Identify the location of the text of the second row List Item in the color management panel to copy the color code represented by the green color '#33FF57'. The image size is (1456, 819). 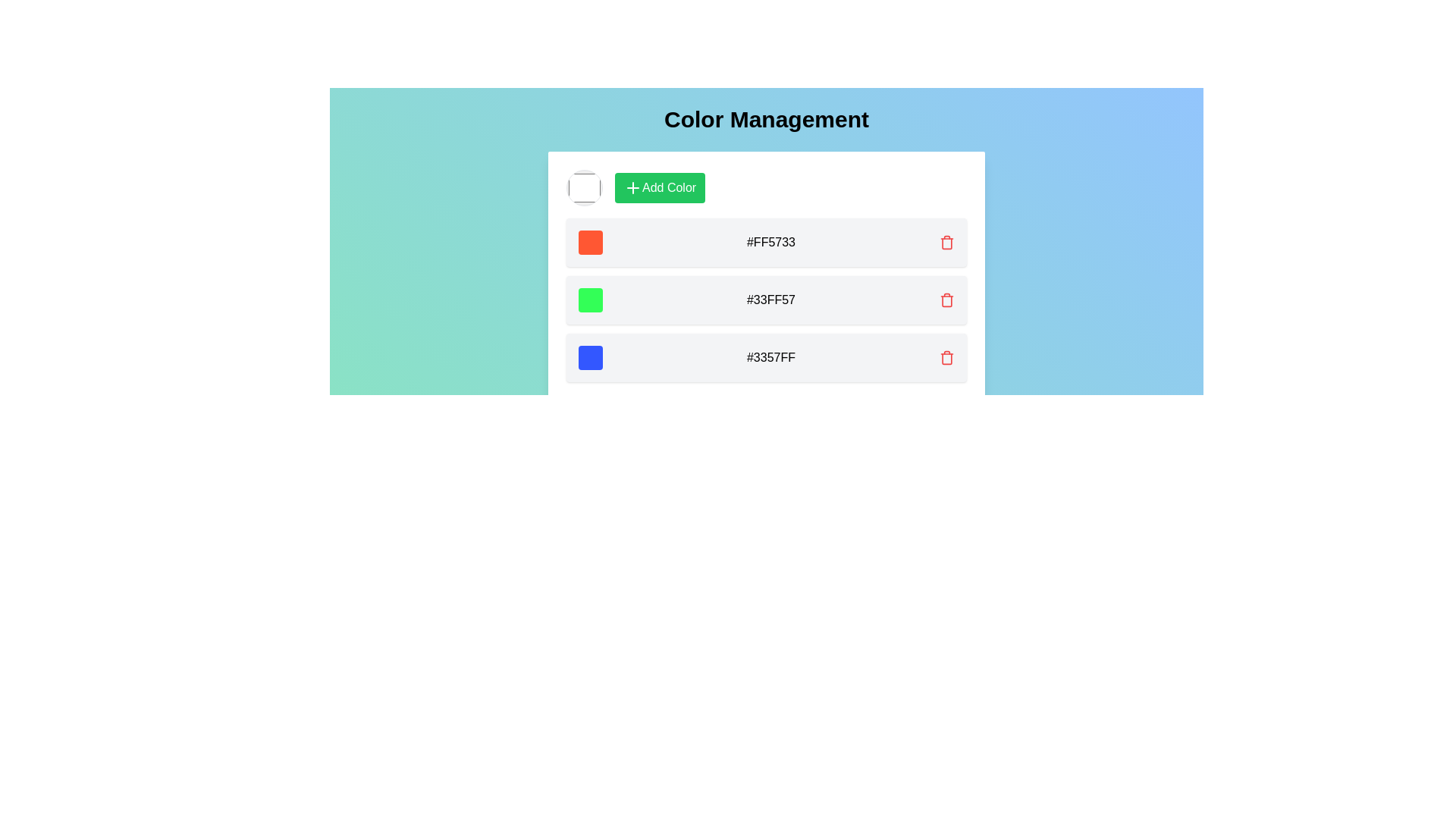
(767, 300).